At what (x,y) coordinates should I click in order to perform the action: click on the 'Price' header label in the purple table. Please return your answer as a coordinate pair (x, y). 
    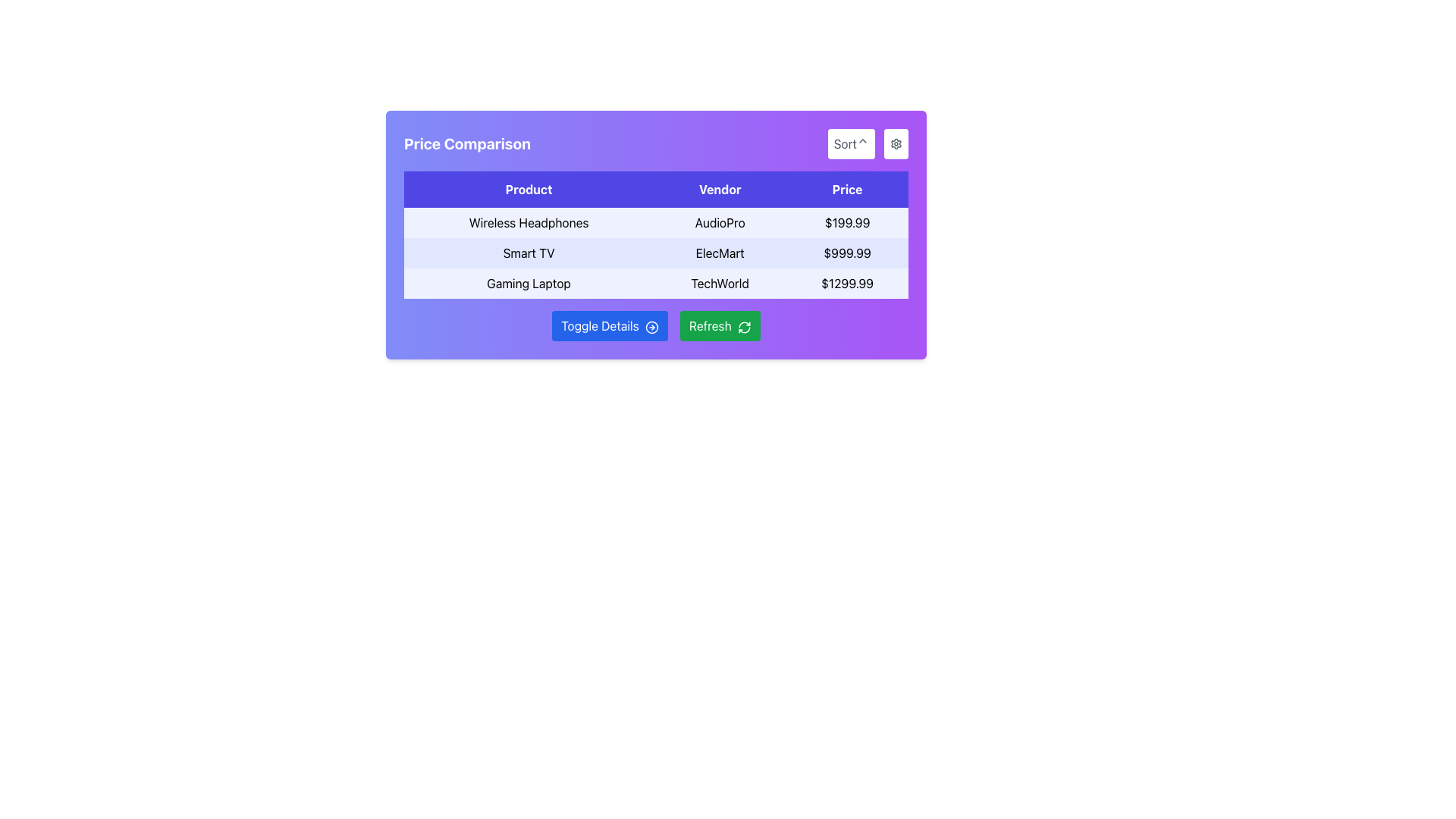
    Looking at the image, I should click on (846, 189).